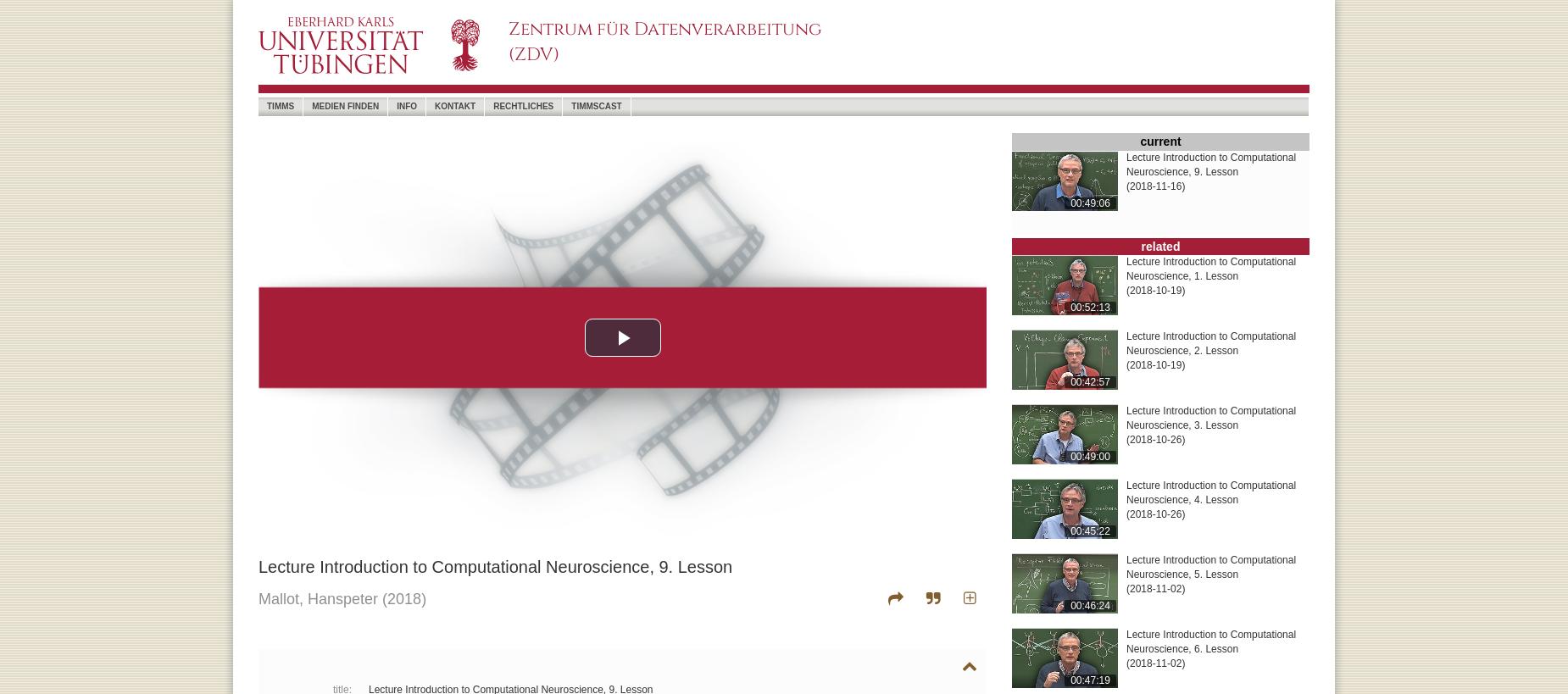  I want to click on 'timms', so click(279, 105).